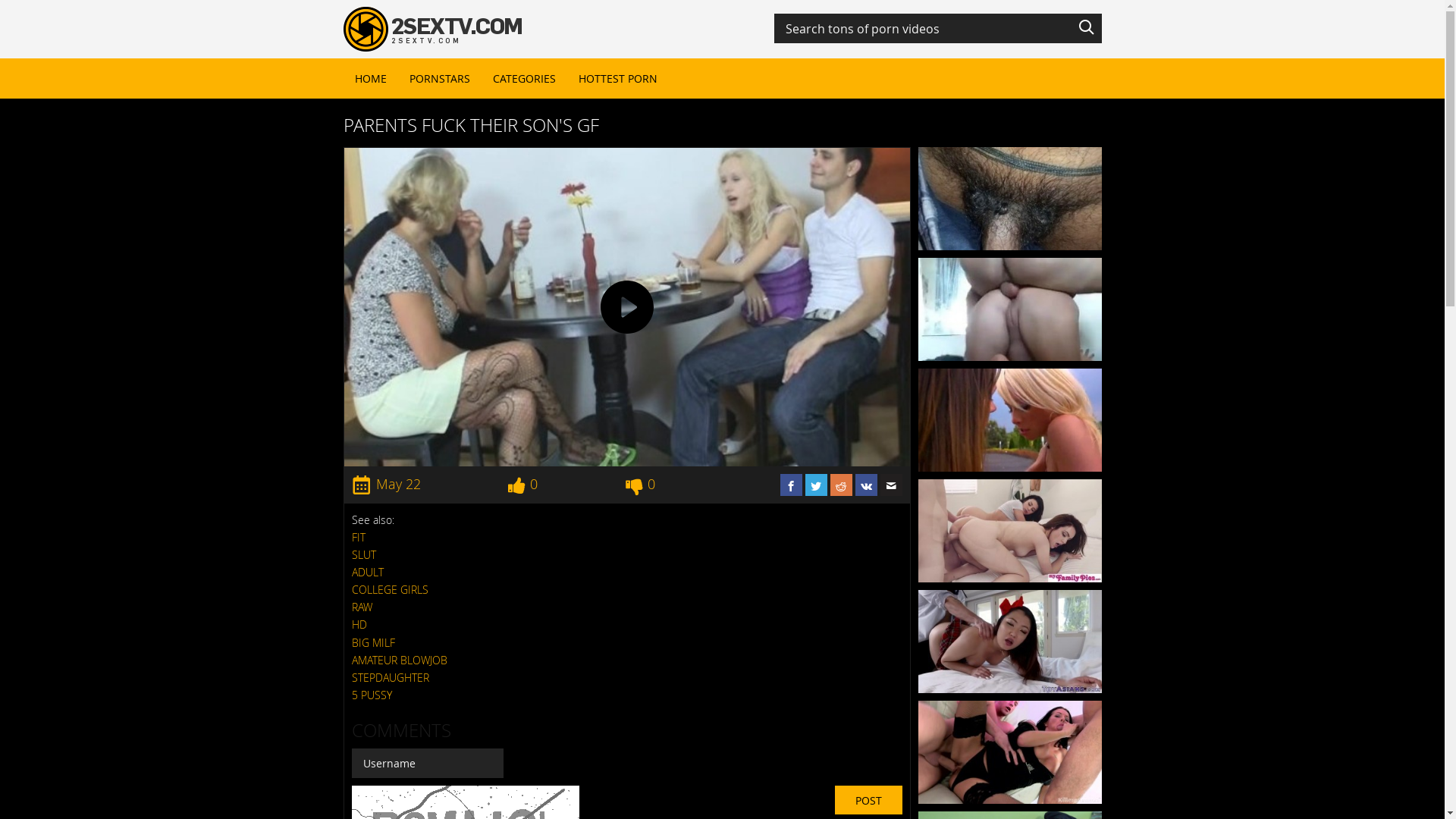 The height and width of the screenshot is (819, 1456). What do you see at coordinates (390, 588) in the screenshot?
I see `'COLLEGE GIRLS'` at bounding box center [390, 588].